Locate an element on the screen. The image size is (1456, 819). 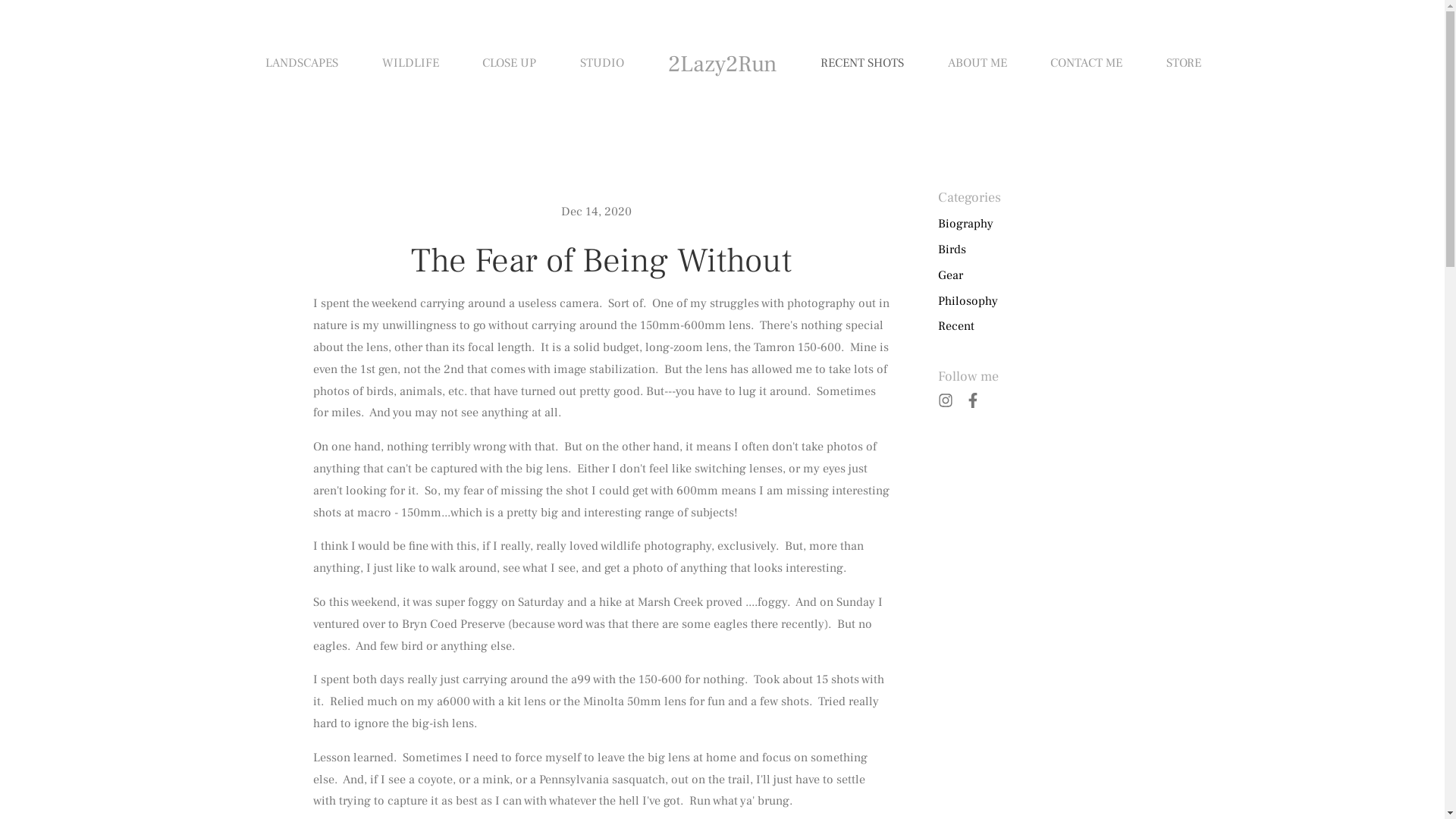
'Philosophy' is located at coordinates (966, 301).